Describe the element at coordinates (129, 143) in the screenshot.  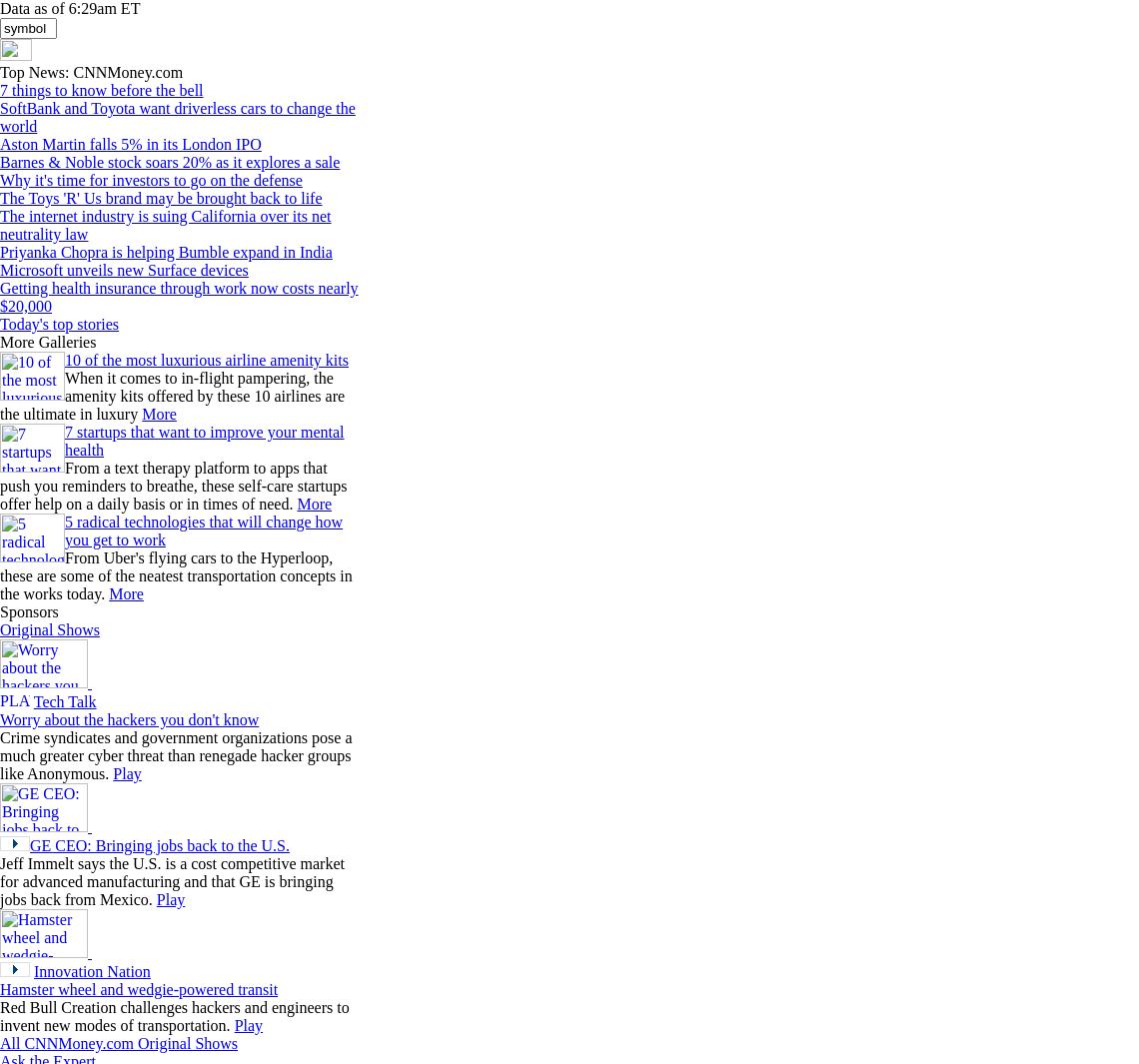
I see `'Aston Martin falls 5% in its London IPO'` at that location.